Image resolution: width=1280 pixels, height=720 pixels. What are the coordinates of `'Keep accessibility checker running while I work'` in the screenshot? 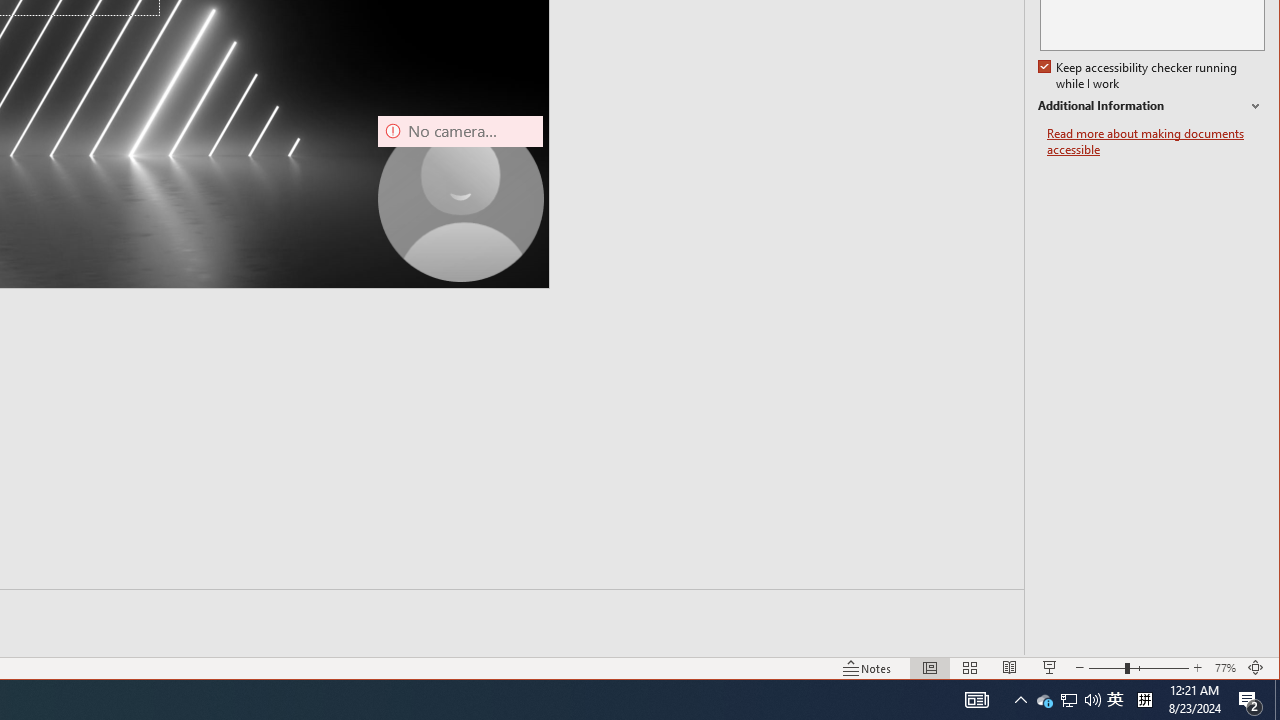 It's located at (1139, 75).